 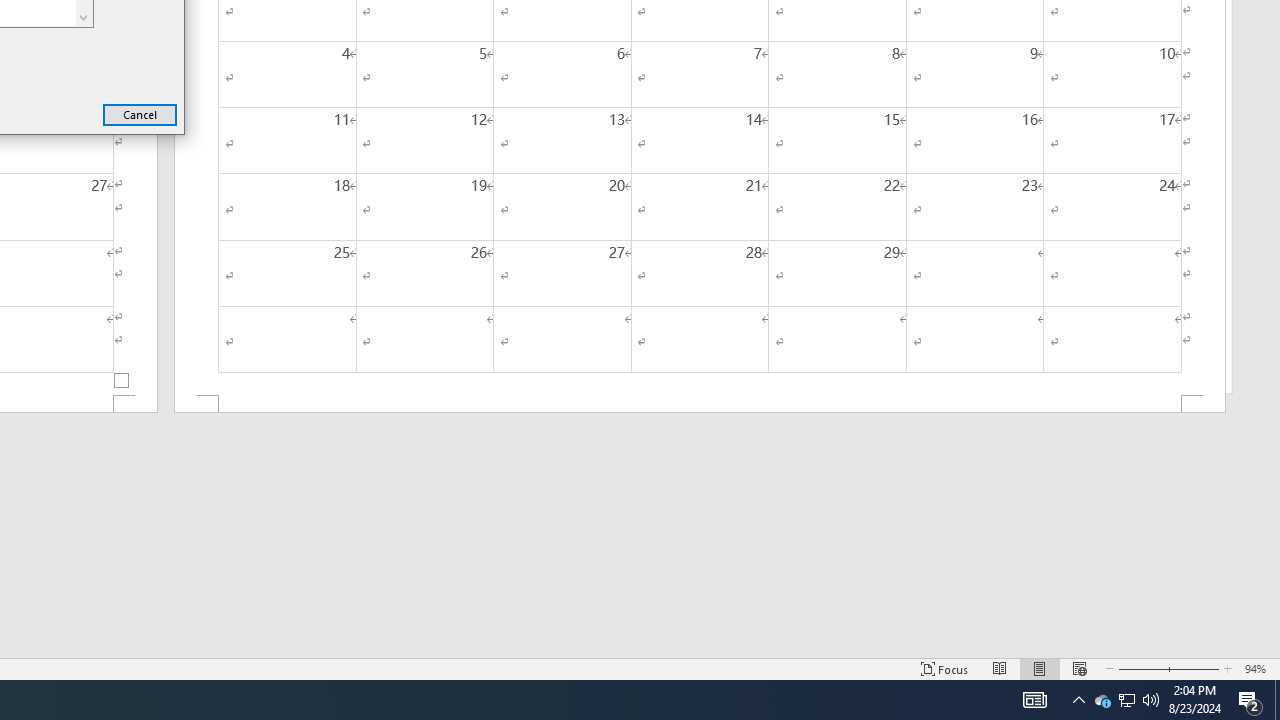 What do you see at coordinates (1127, 698) in the screenshot?
I see `'User Promoted Notification Area'` at bounding box center [1127, 698].